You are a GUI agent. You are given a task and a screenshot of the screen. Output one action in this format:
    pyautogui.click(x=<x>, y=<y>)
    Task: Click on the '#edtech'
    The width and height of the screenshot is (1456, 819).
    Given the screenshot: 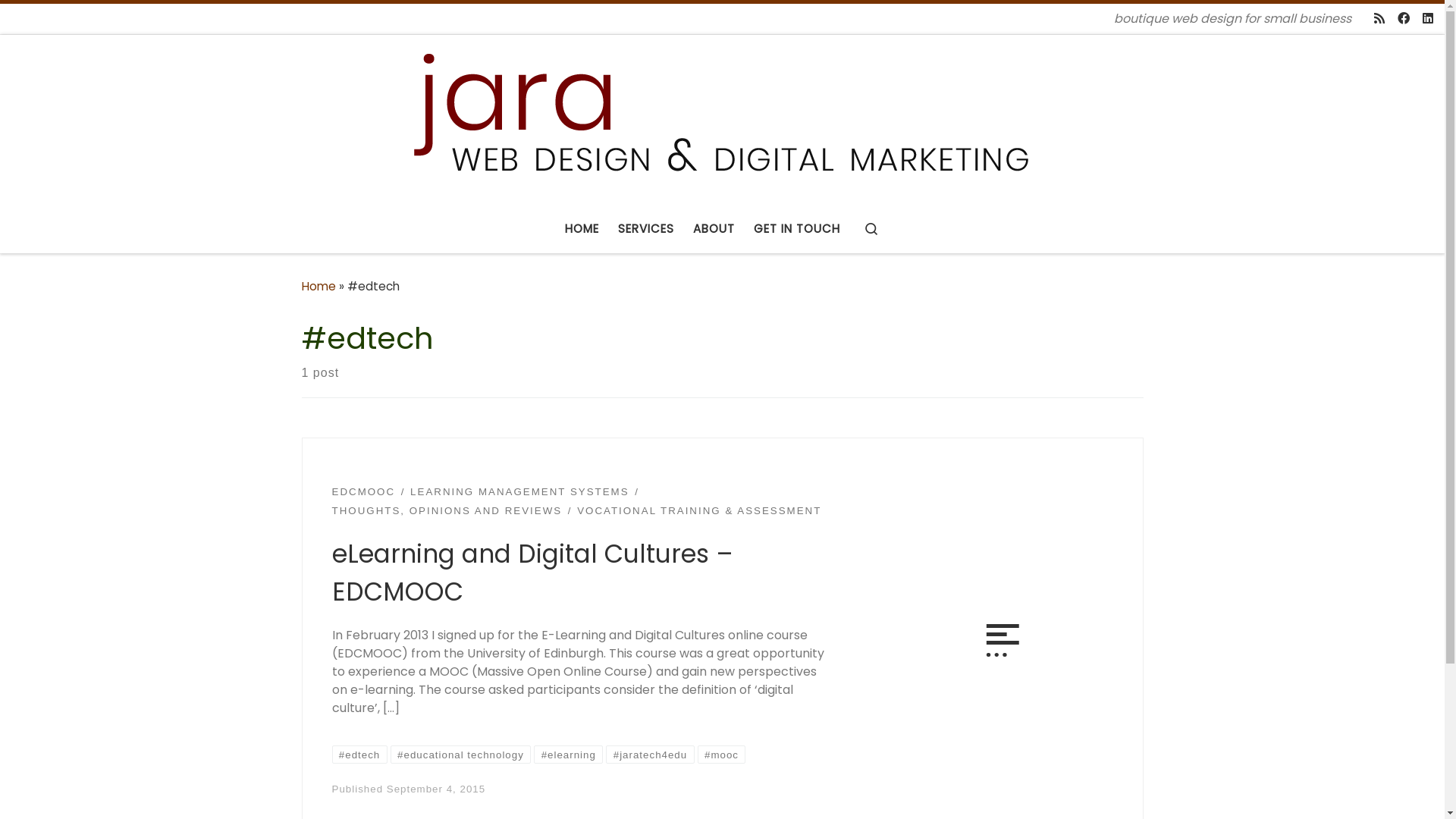 What is the action you would take?
    pyautogui.click(x=359, y=755)
    